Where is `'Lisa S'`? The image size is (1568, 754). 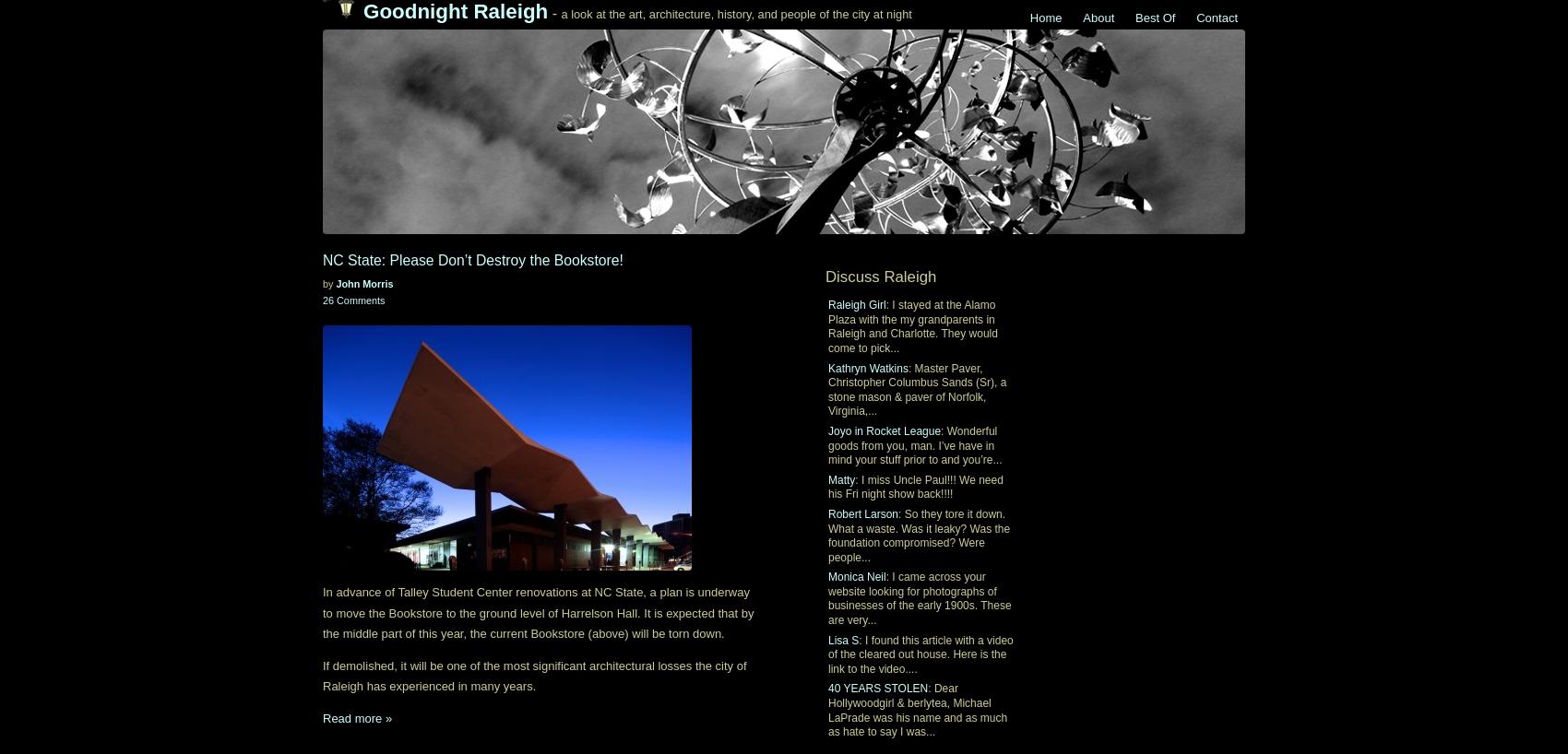
'Lisa S' is located at coordinates (843, 638).